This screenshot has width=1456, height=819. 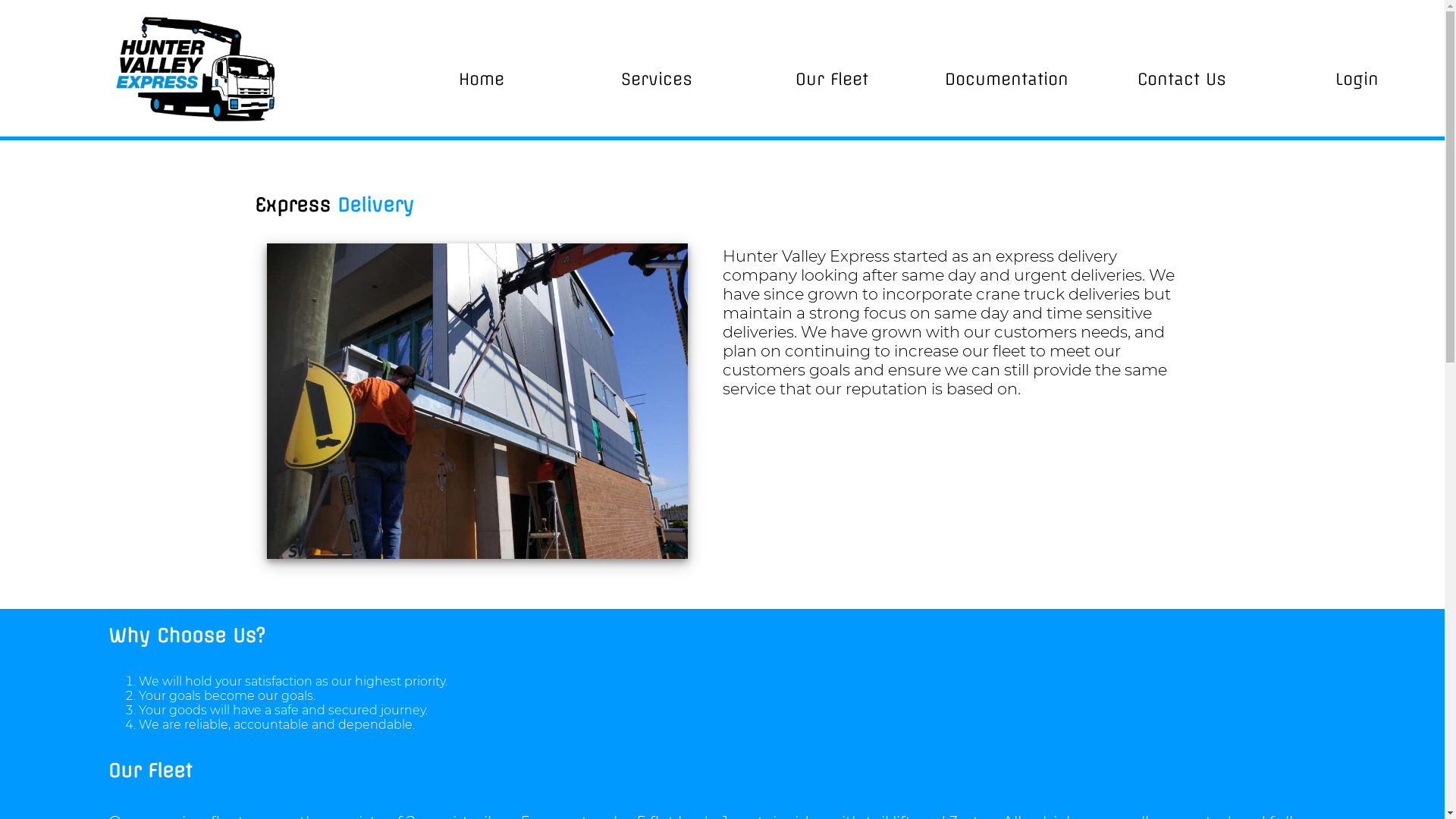 What do you see at coordinates (196, 67) in the screenshot?
I see `'HVE Logo'` at bounding box center [196, 67].